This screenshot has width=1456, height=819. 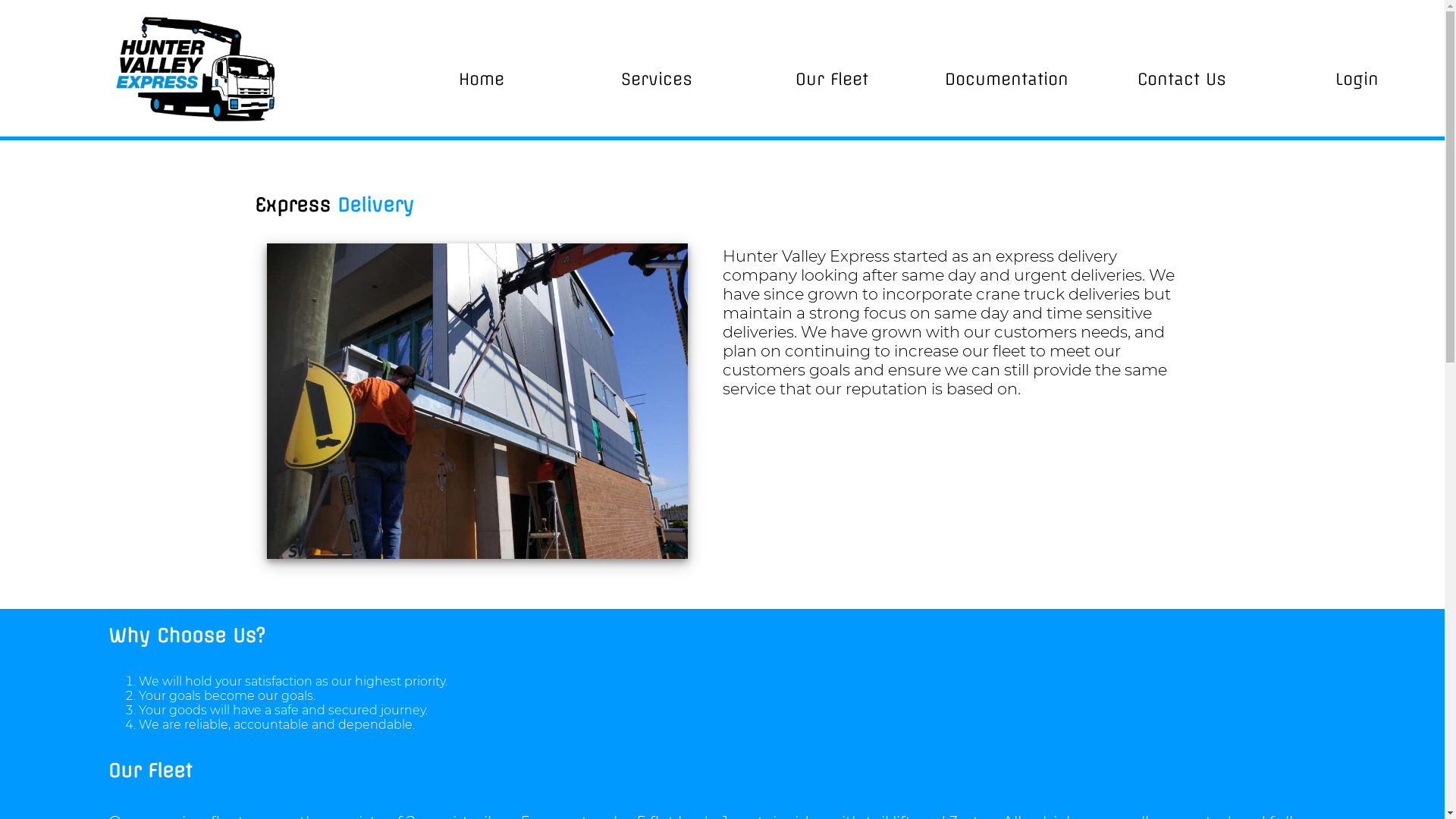 What do you see at coordinates (196, 67) in the screenshot?
I see `'HVE Logo'` at bounding box center [196, 67].